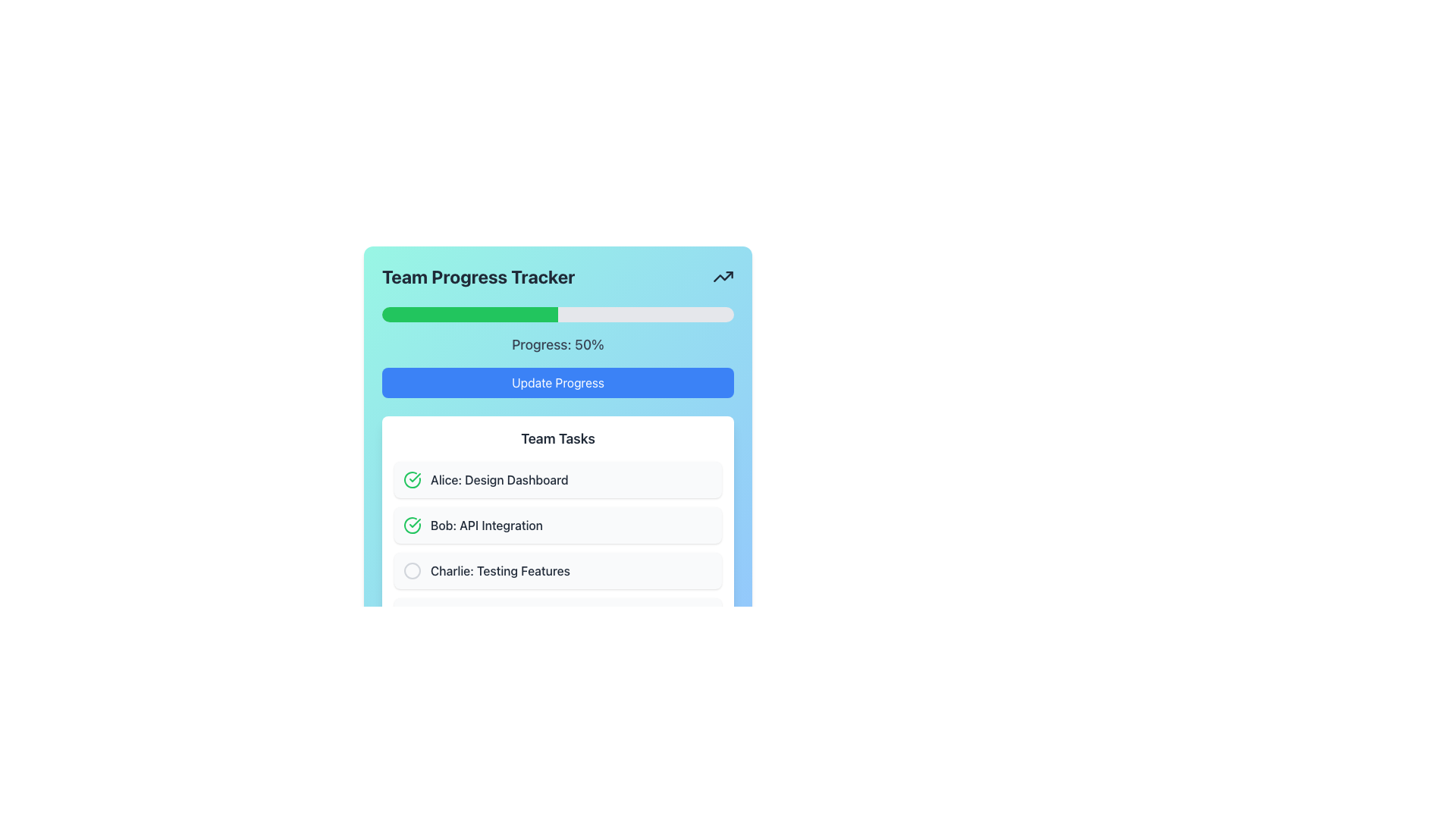  What do you see at coordinates (412, 525) in the screenshot?
I see `the circular checkmark icon with a green stroke representing the task status in the 'Bob: API Integration' task item, which is the second task in the 'Team Tasks' list` at bounding box center [412, 525].